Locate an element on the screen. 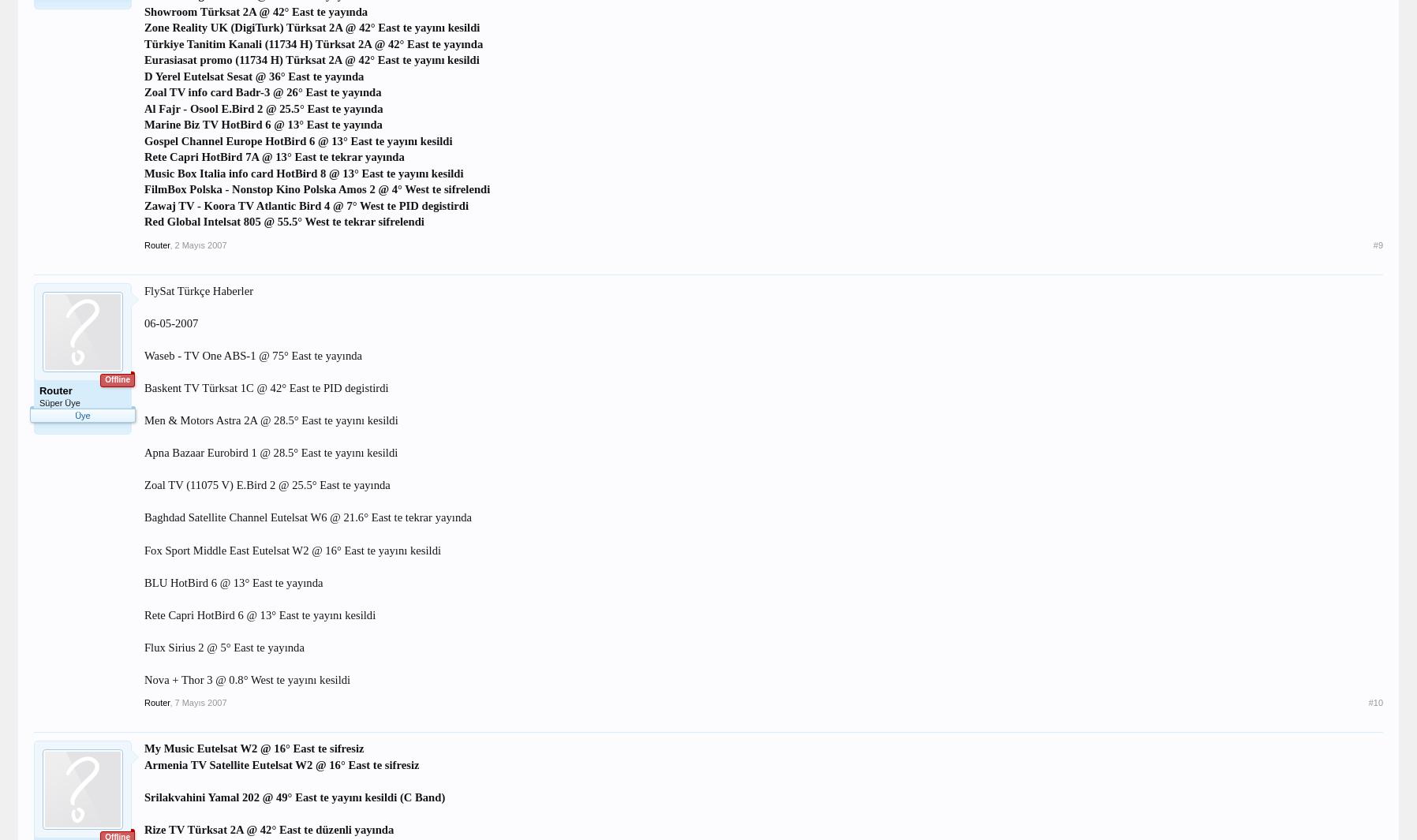 The height and width of the screenshot is (840, 1417). 'Baghdad Satellite Channel Eutelsat W6 @ 21.6° East te tekrar yayında' is located at coordinates (307, 517).